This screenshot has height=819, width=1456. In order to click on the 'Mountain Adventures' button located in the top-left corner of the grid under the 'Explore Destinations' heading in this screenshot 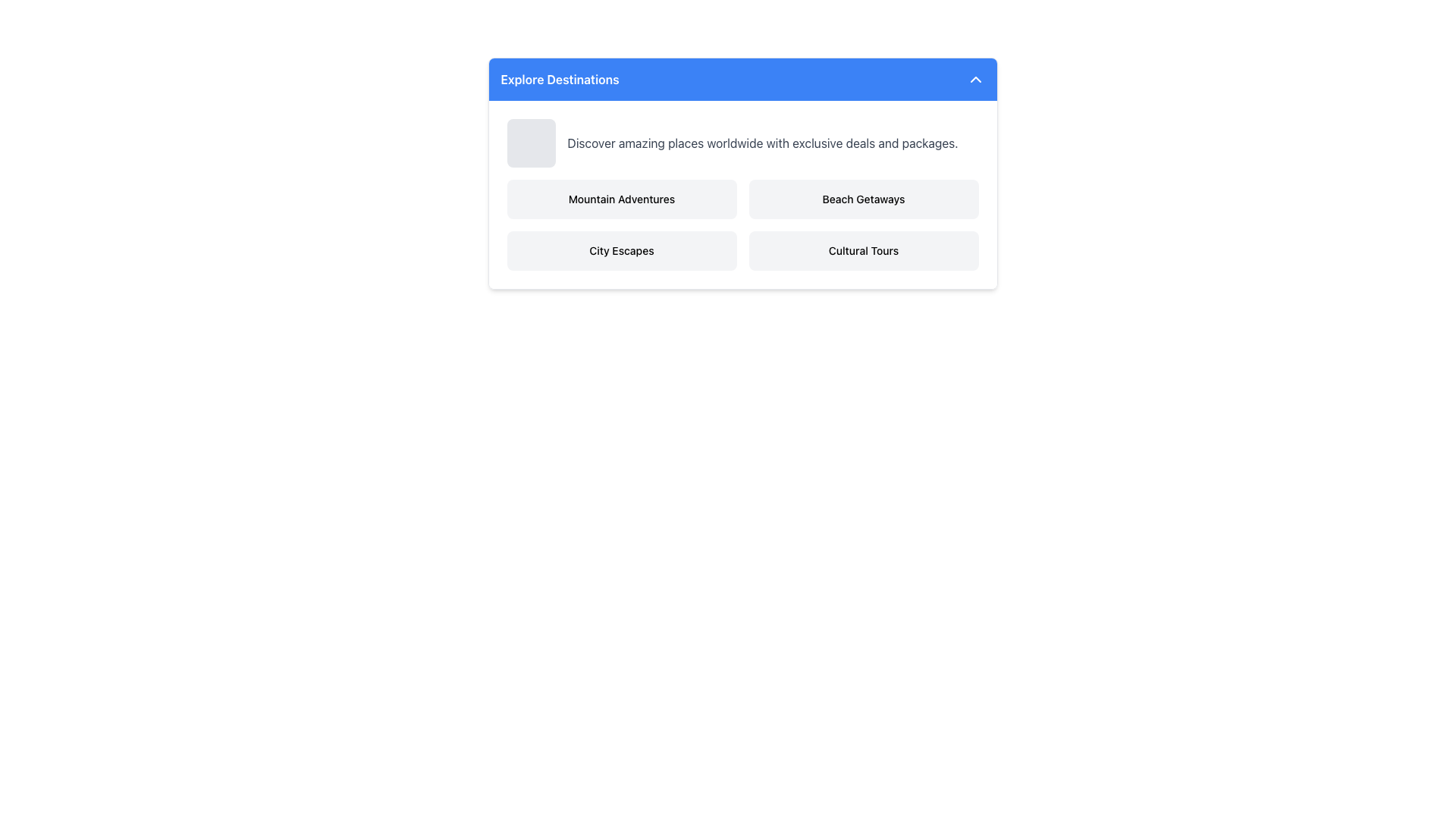, I will do `click(622, 198)`.